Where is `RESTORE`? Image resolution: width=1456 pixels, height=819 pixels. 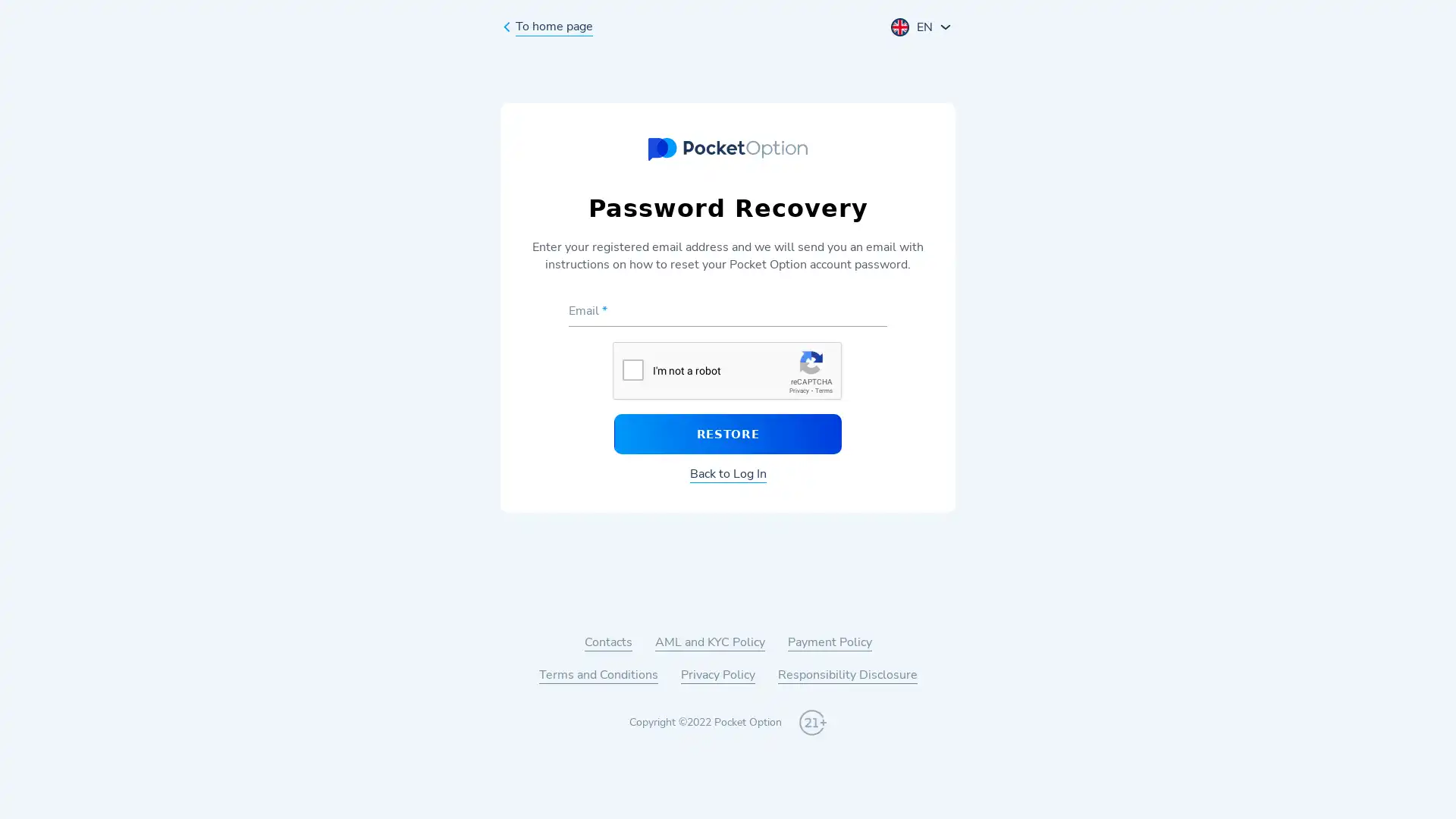 RESTORE is located at coordinates (728, 434).